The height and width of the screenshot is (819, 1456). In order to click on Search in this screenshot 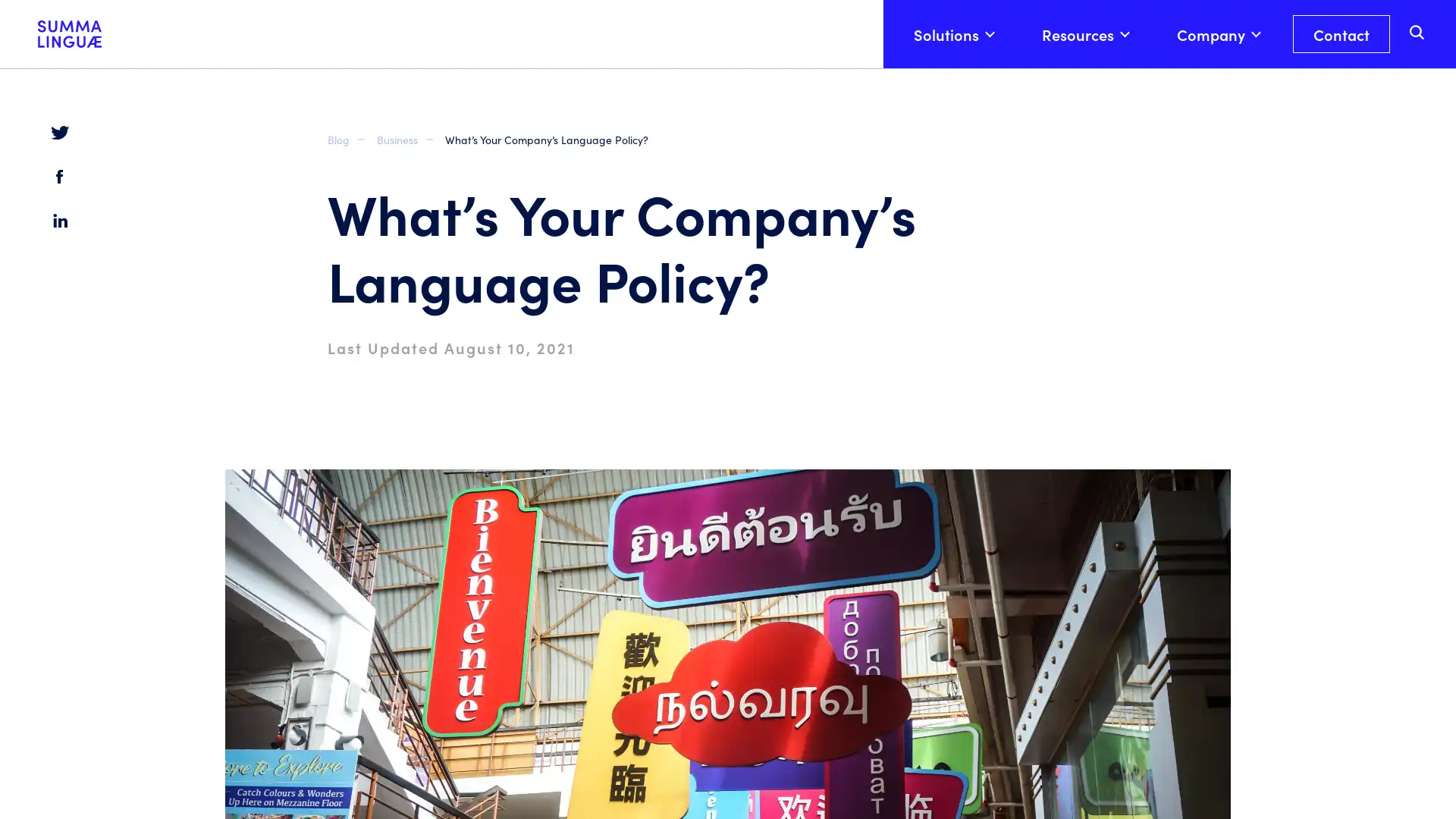, I will do `click(1418, 31)`.